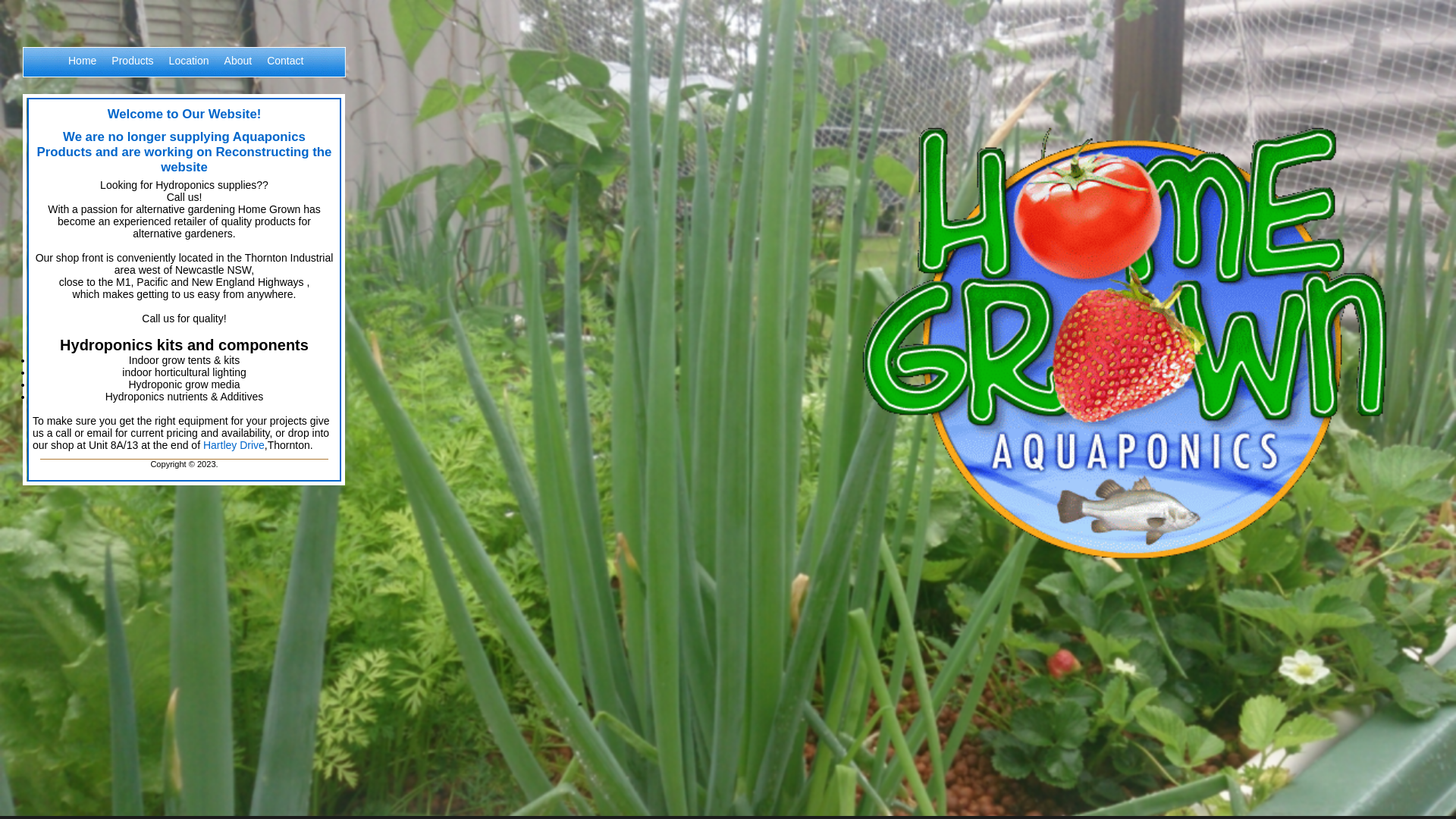  I want to click on 'About', so click(237, 70).